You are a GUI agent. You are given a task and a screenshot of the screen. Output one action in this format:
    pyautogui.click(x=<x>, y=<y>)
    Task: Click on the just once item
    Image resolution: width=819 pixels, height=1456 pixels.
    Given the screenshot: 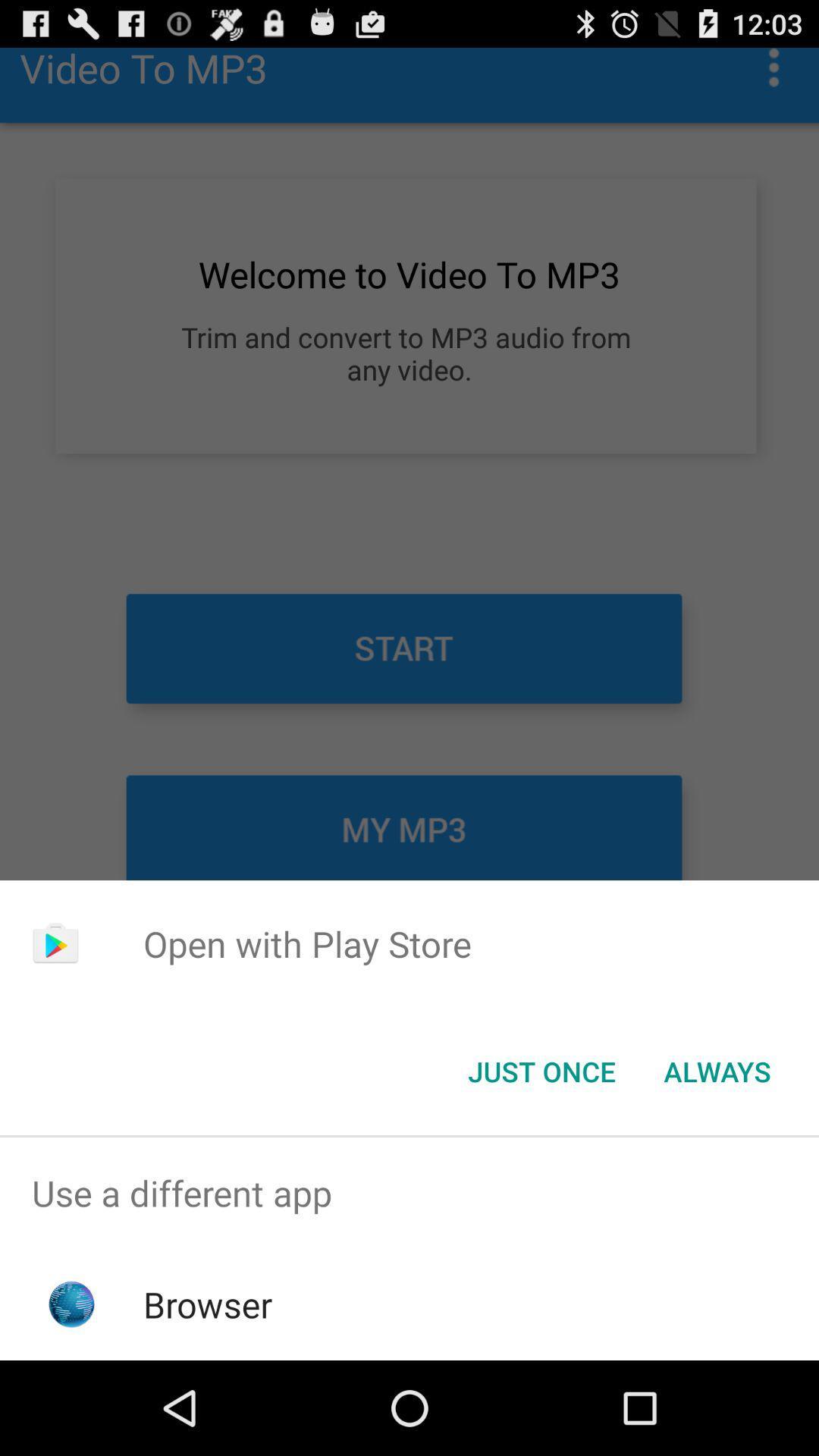 What is the action you would take?
    pyautogui.click(x=541, y=1070)
    